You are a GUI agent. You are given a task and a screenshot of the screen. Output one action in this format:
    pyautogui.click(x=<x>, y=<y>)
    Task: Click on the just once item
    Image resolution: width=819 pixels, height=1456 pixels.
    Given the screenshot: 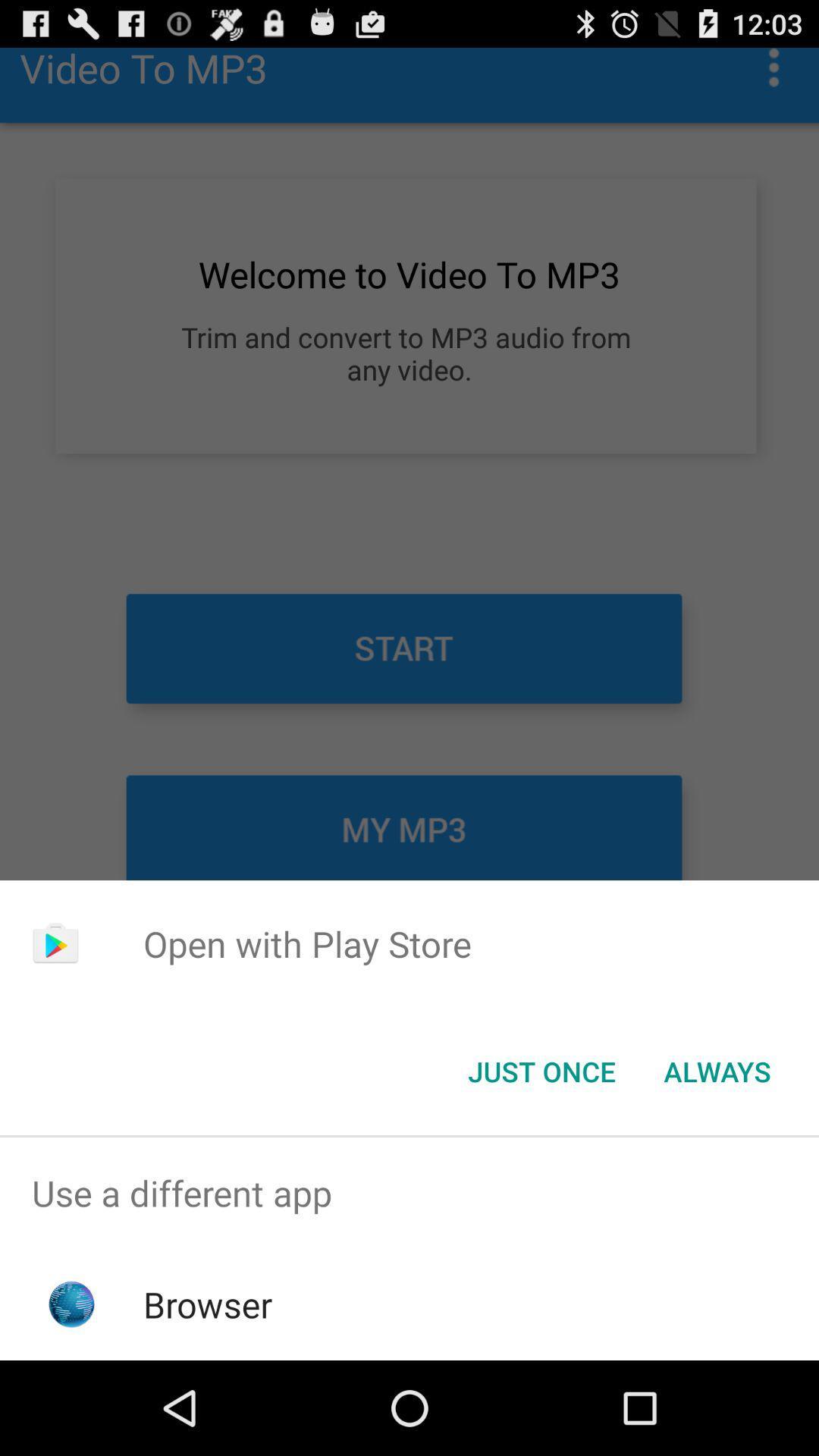 What is the action you would take?
    pyautogui.click(x=541, y=1070)
    